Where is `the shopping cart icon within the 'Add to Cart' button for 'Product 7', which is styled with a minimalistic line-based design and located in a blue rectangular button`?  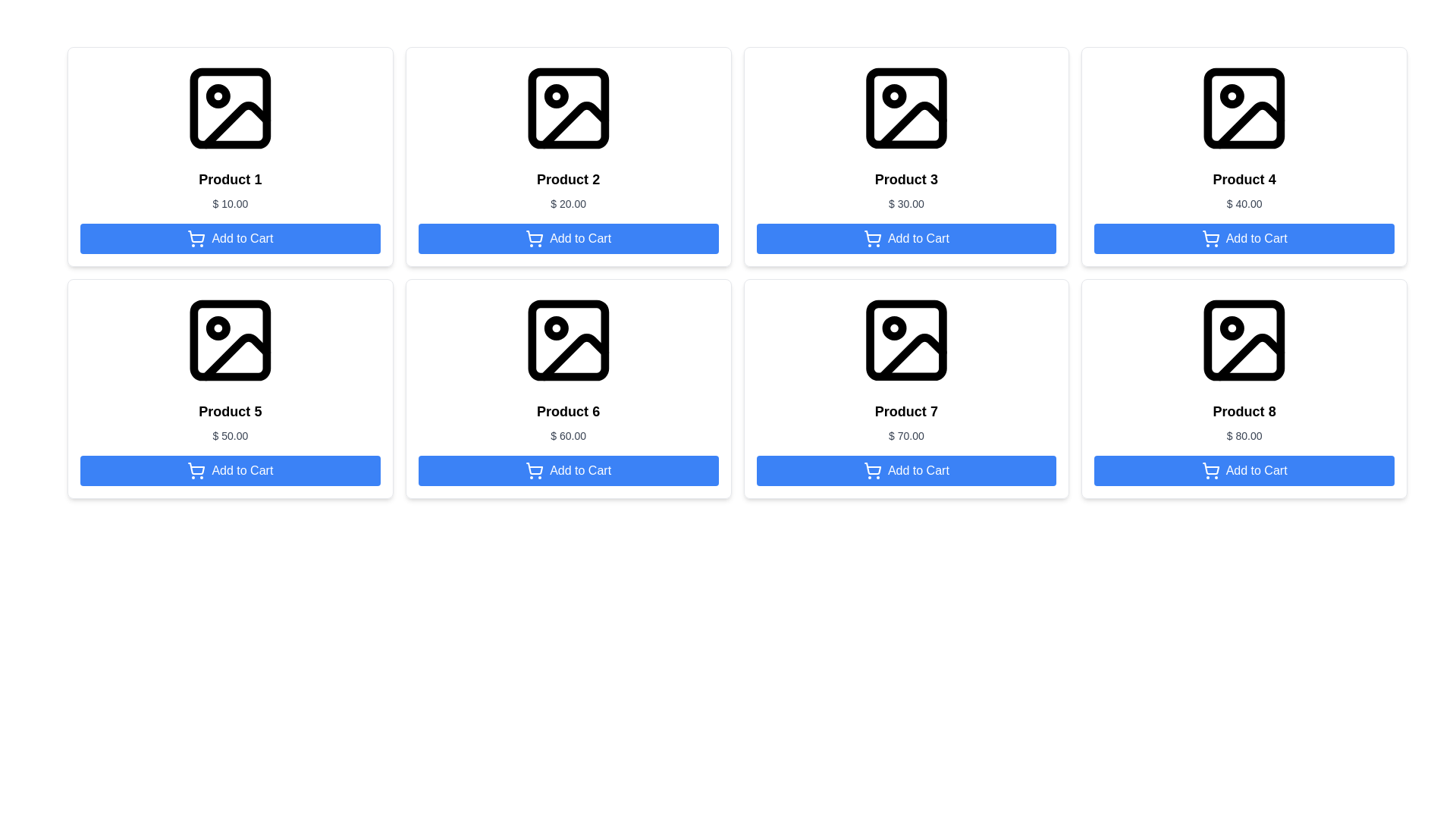 the shopping cart icon within the 'Add to Cart' button for 'Product 7', which is styled with a minimalistic line-based design and located in a blue rectangular button is located at coordinates (873, 468).